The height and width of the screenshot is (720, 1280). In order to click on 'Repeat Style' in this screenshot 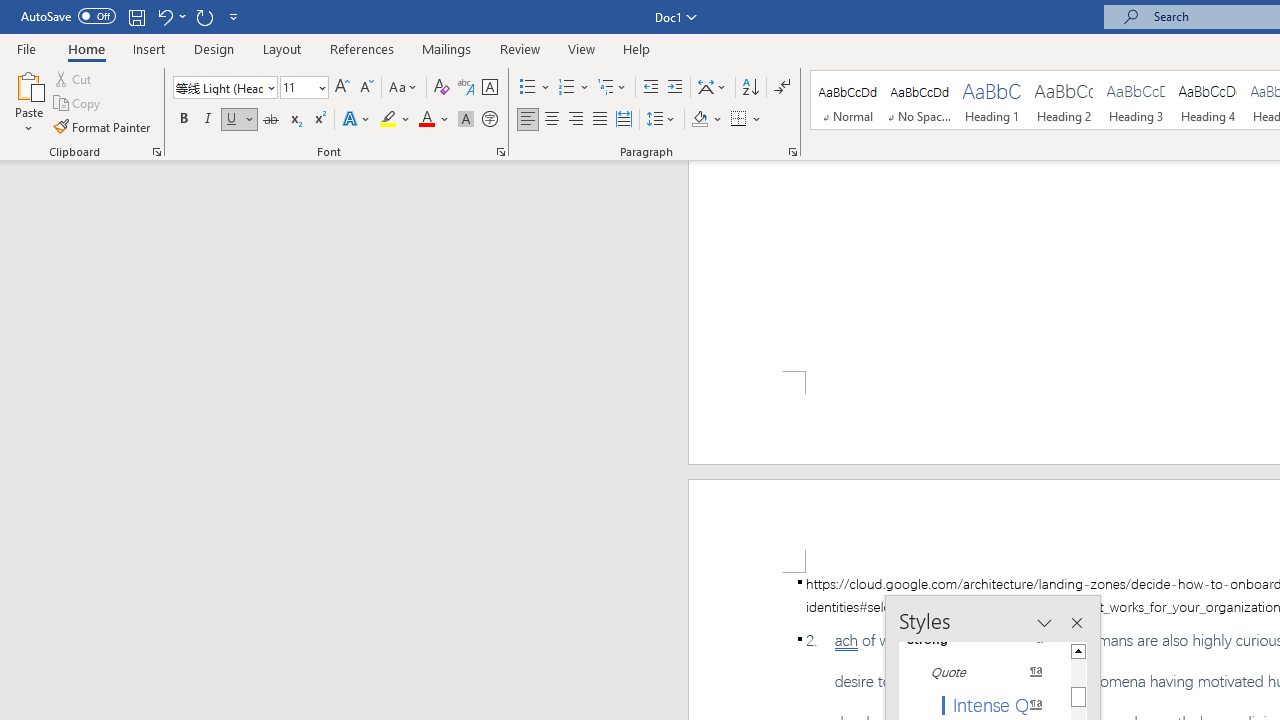, I will do `click(204, 16)`.